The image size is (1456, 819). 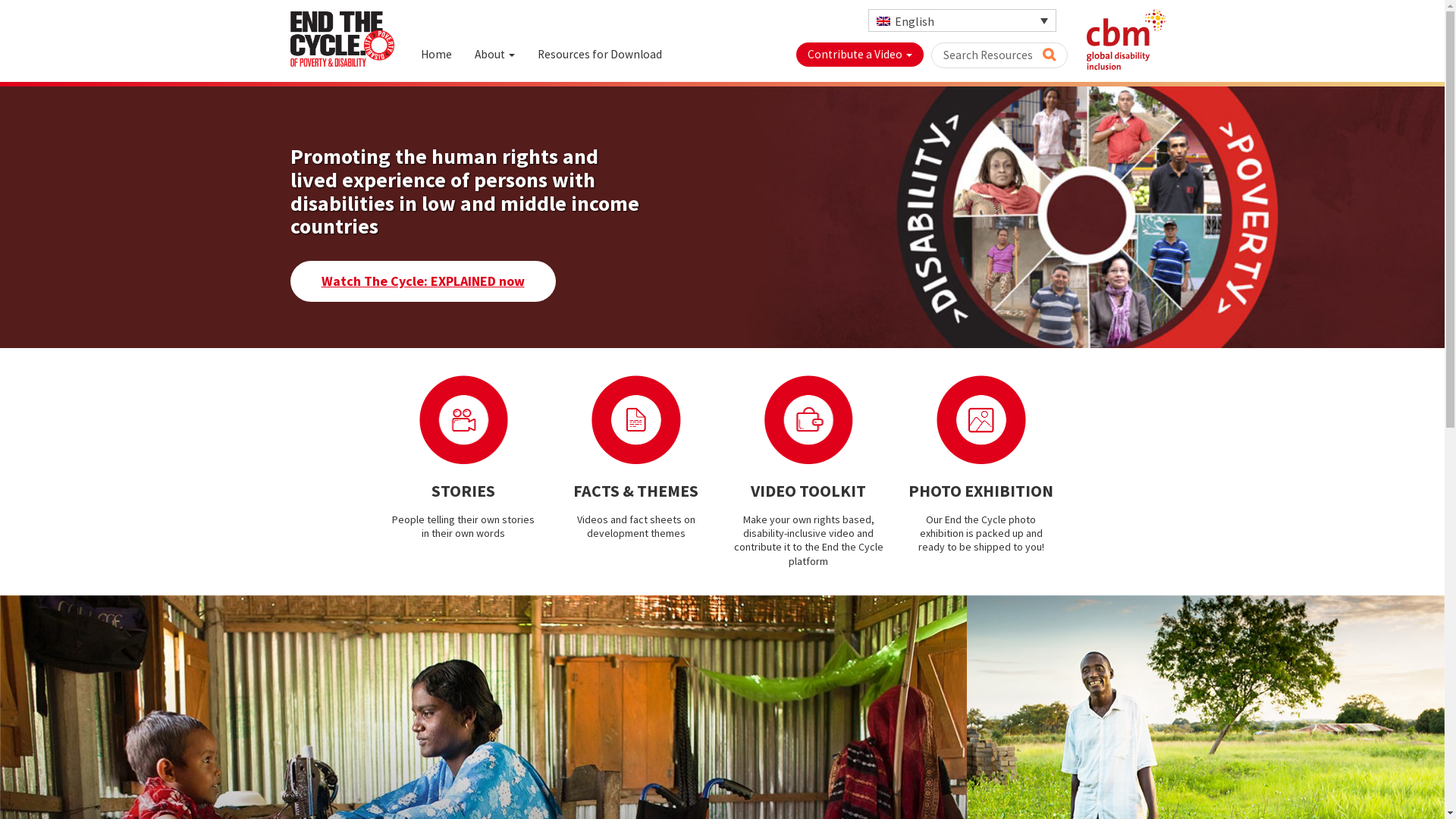 What do you see at coordinates (1047, 52) in the screenshot?
I see `'Search Resources'` at bounding box center [1047, 52].